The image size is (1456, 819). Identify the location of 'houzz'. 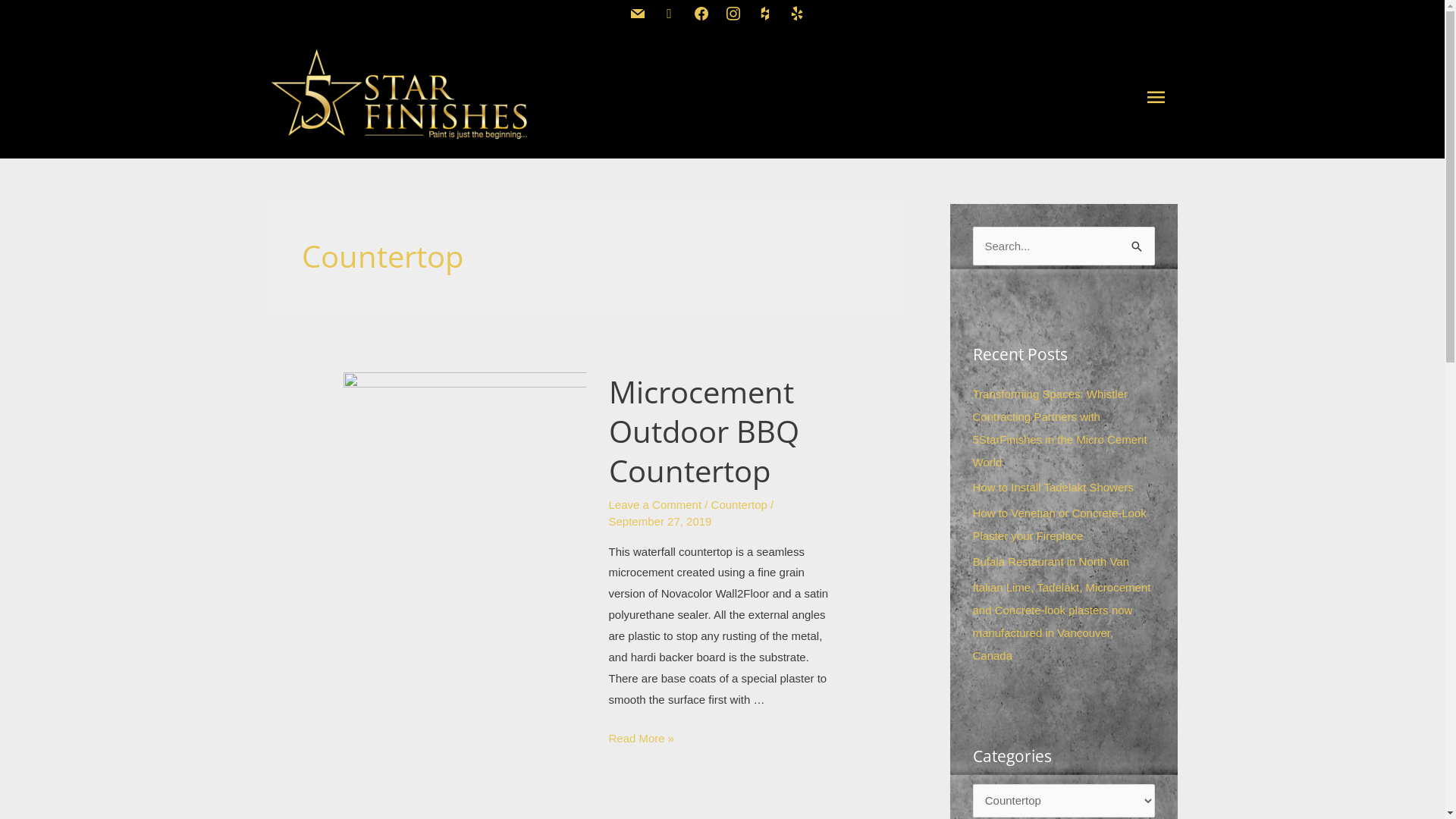
(752, 12).